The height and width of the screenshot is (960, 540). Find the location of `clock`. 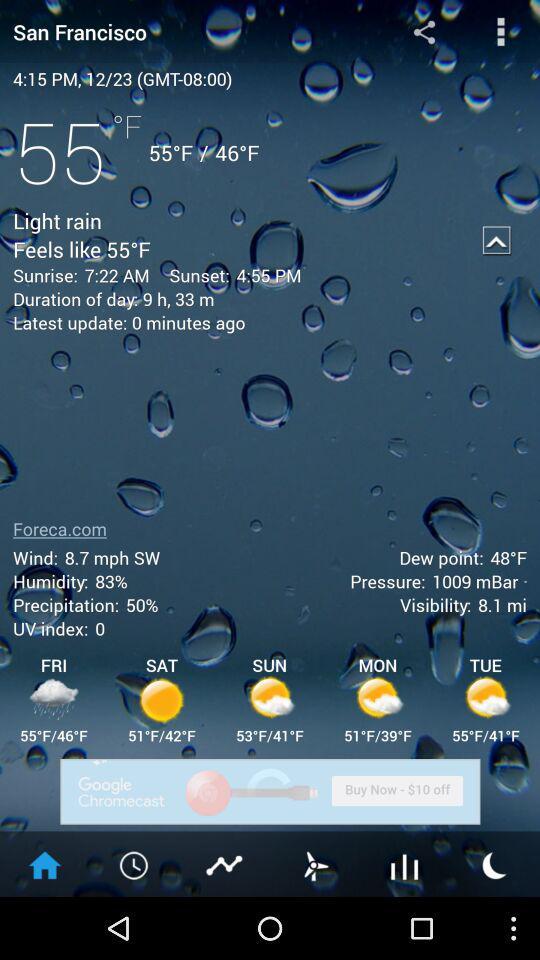

clock is located at coordinates (135, 863).